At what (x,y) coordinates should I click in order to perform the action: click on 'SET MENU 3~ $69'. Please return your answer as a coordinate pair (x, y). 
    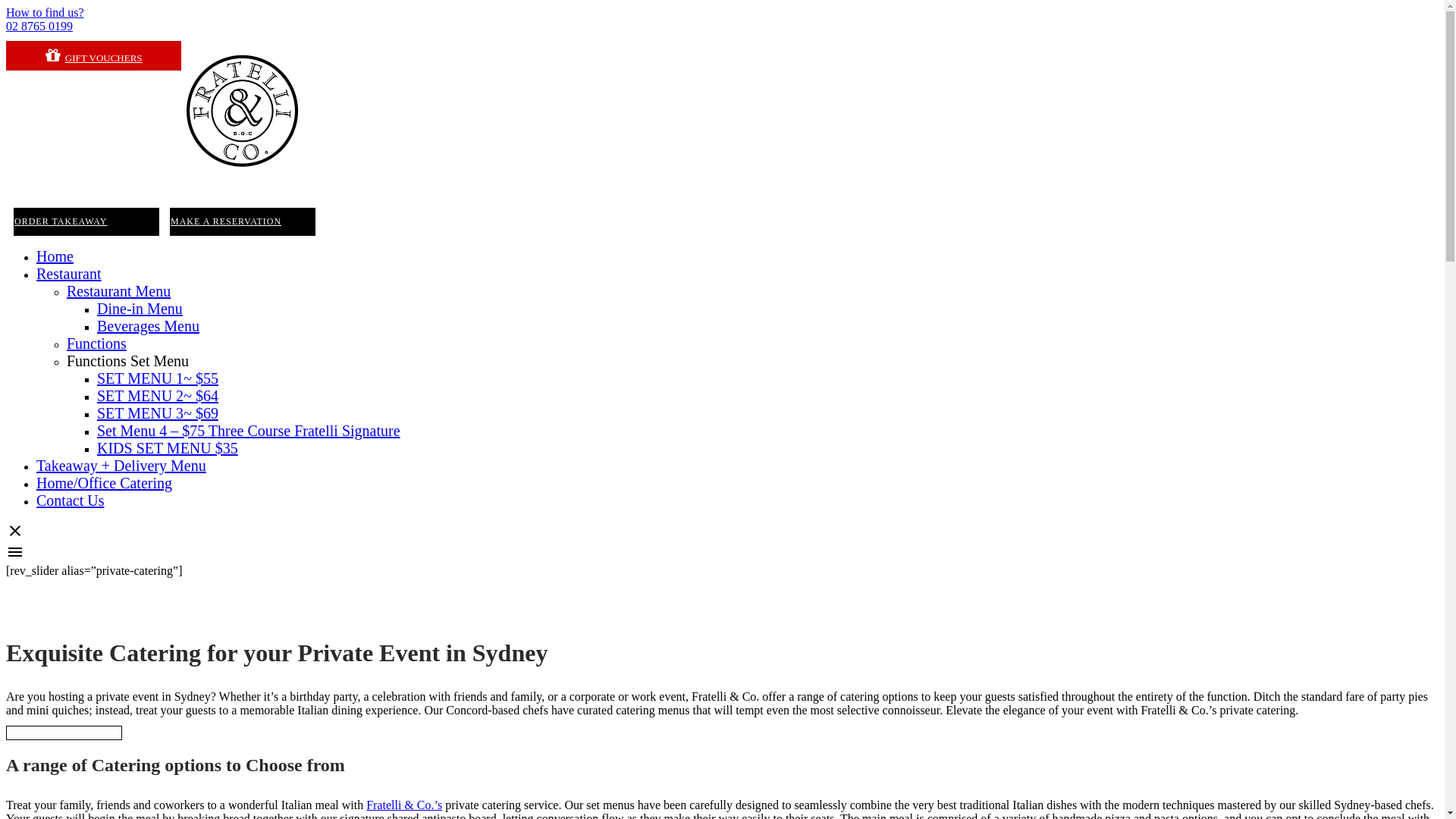
    Looking at the image, I should click on (96, 413).